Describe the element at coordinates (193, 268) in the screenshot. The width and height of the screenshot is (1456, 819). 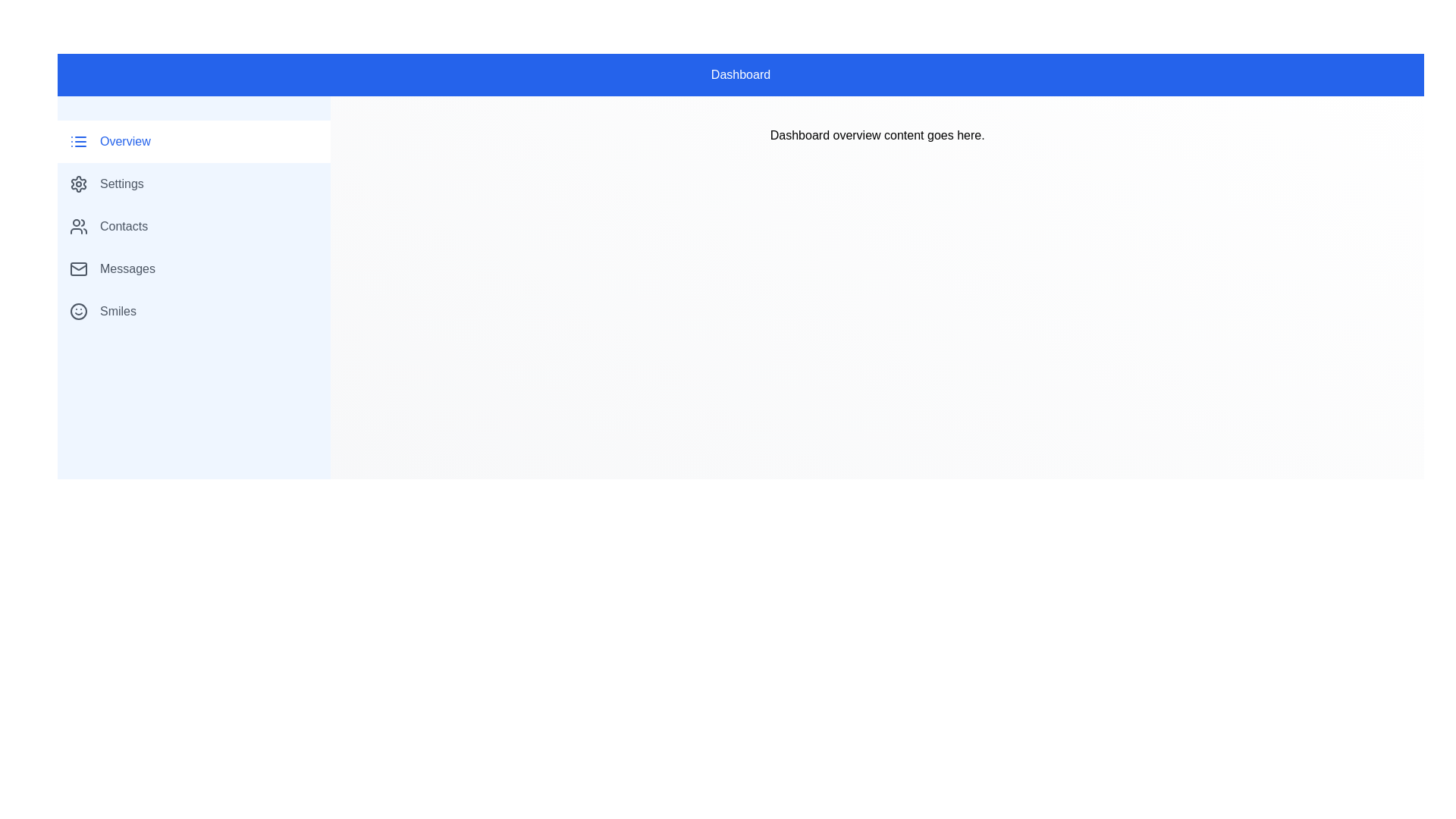
I see `the 'Messages' button in the left-hand sidebar` at that location.